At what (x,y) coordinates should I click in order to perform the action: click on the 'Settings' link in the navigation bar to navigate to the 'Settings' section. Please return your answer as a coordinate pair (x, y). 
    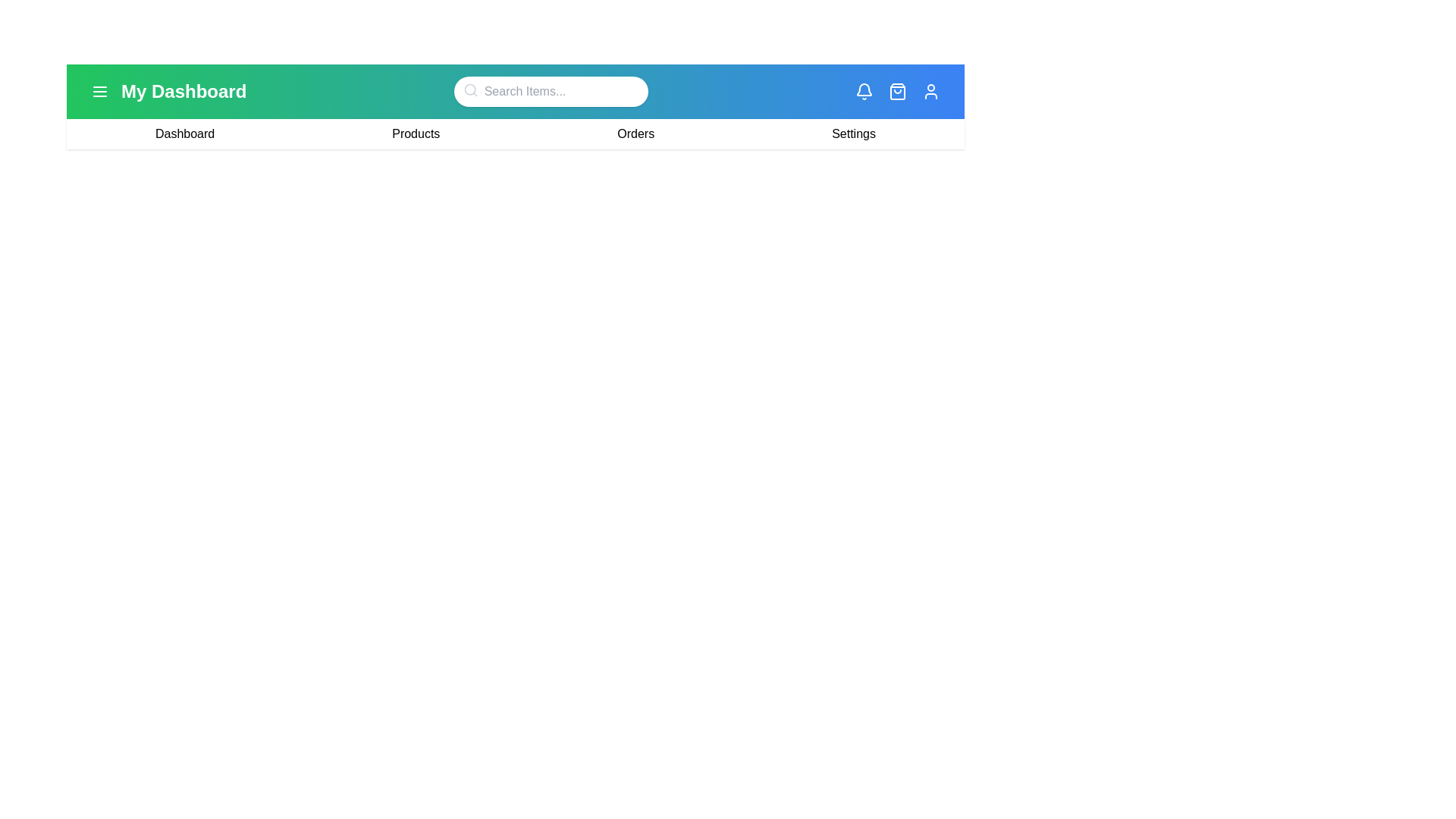
    Looking at the image, I should click on (854, 133).